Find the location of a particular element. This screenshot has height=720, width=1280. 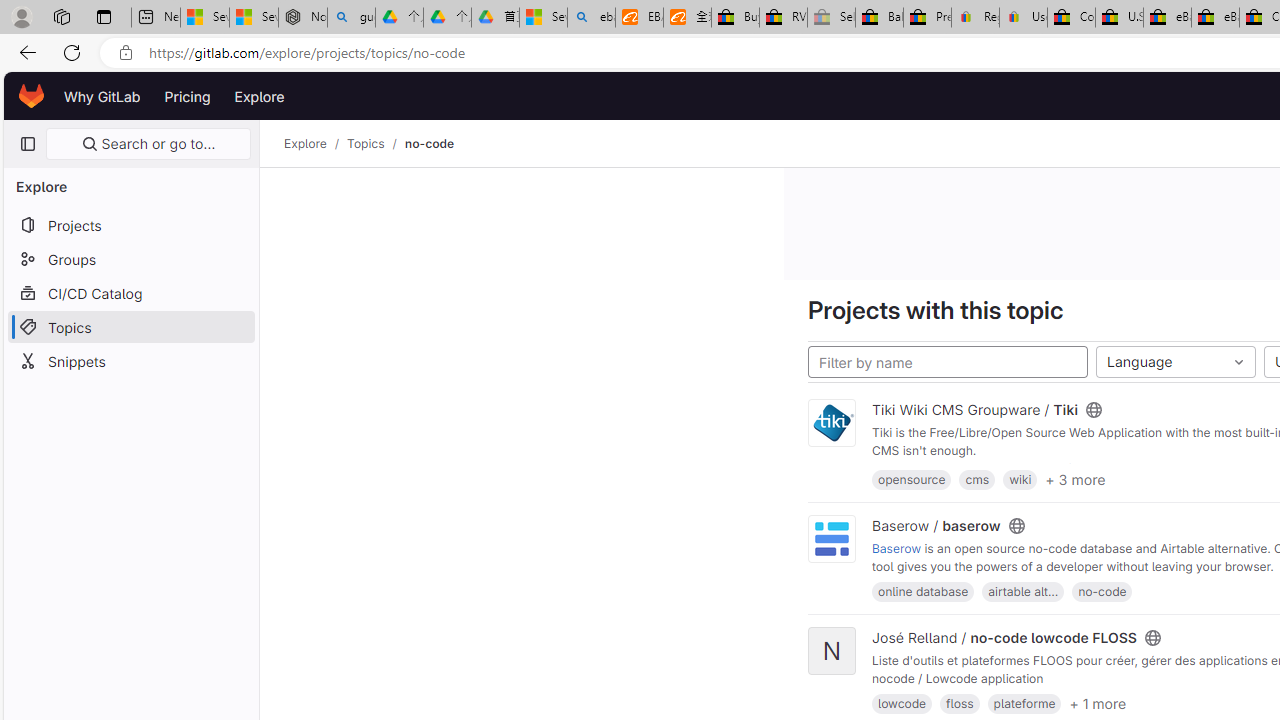

'Why GitLab' is located at coordinates (101, 96).